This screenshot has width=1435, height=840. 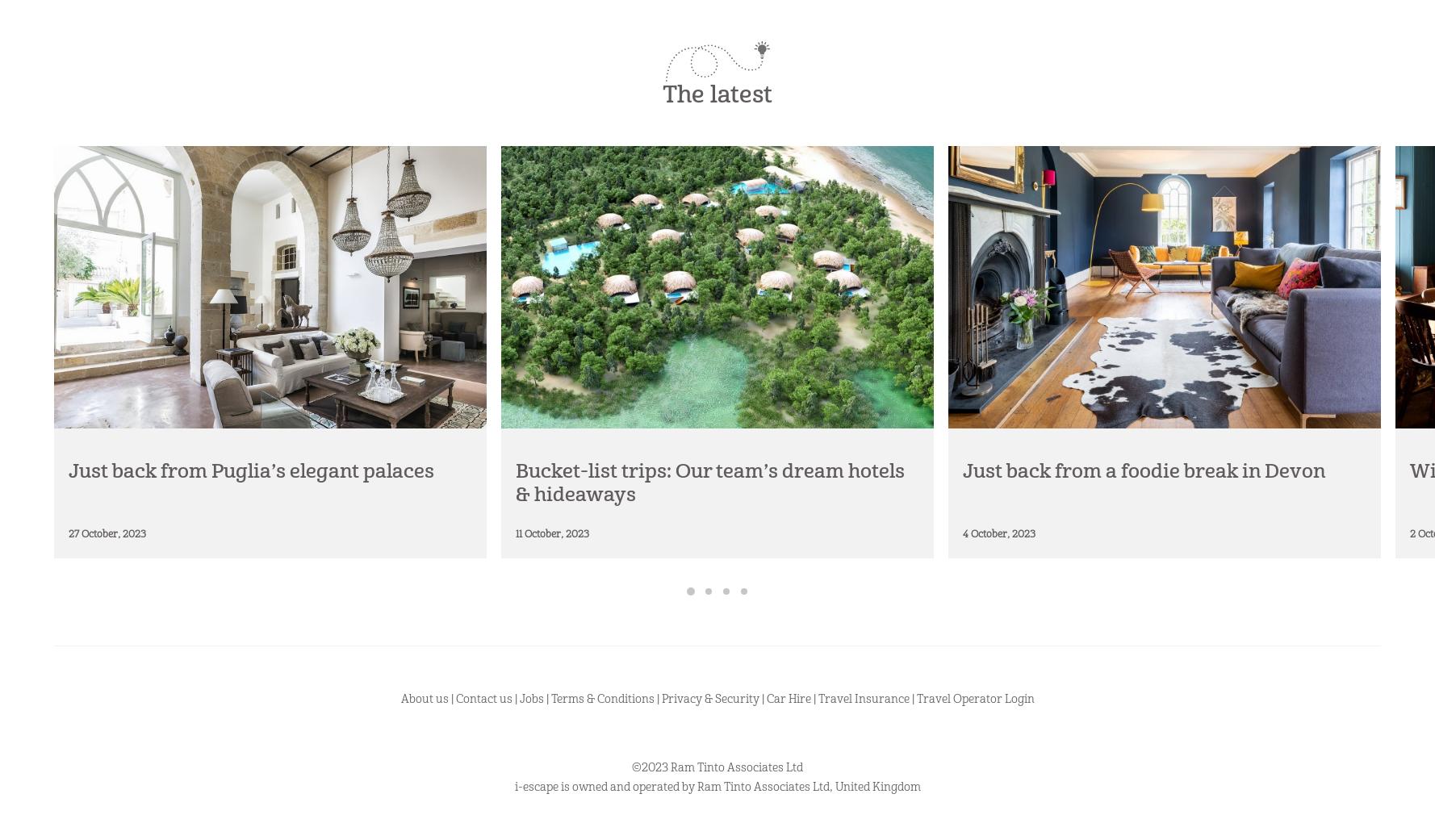 I want to click on 'Contact us', so click(x=483, y=698).